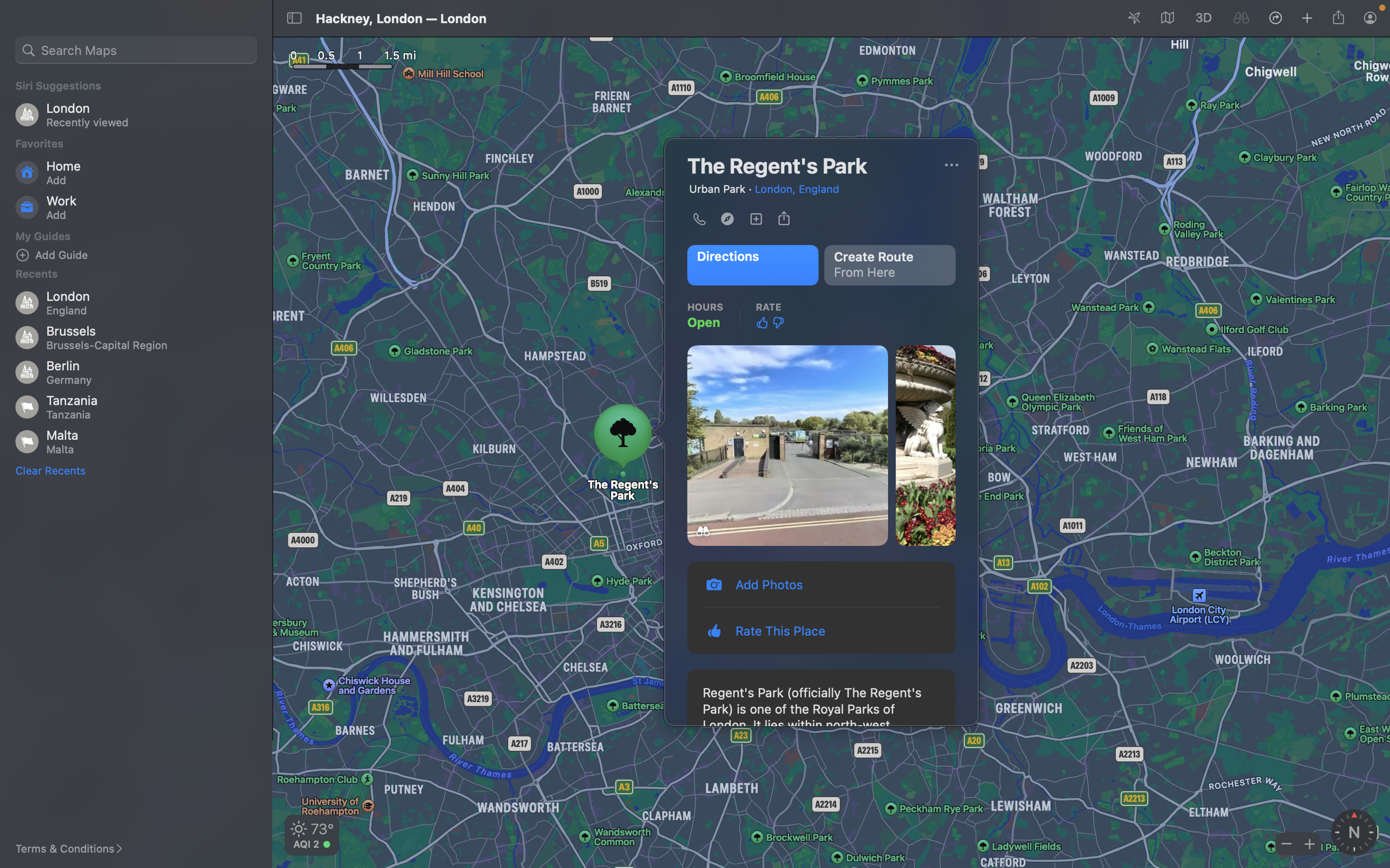 This screenshot has height=868, width=1390. I want to click on access the full information about Canary Wharf, so click(2366475, 810278).